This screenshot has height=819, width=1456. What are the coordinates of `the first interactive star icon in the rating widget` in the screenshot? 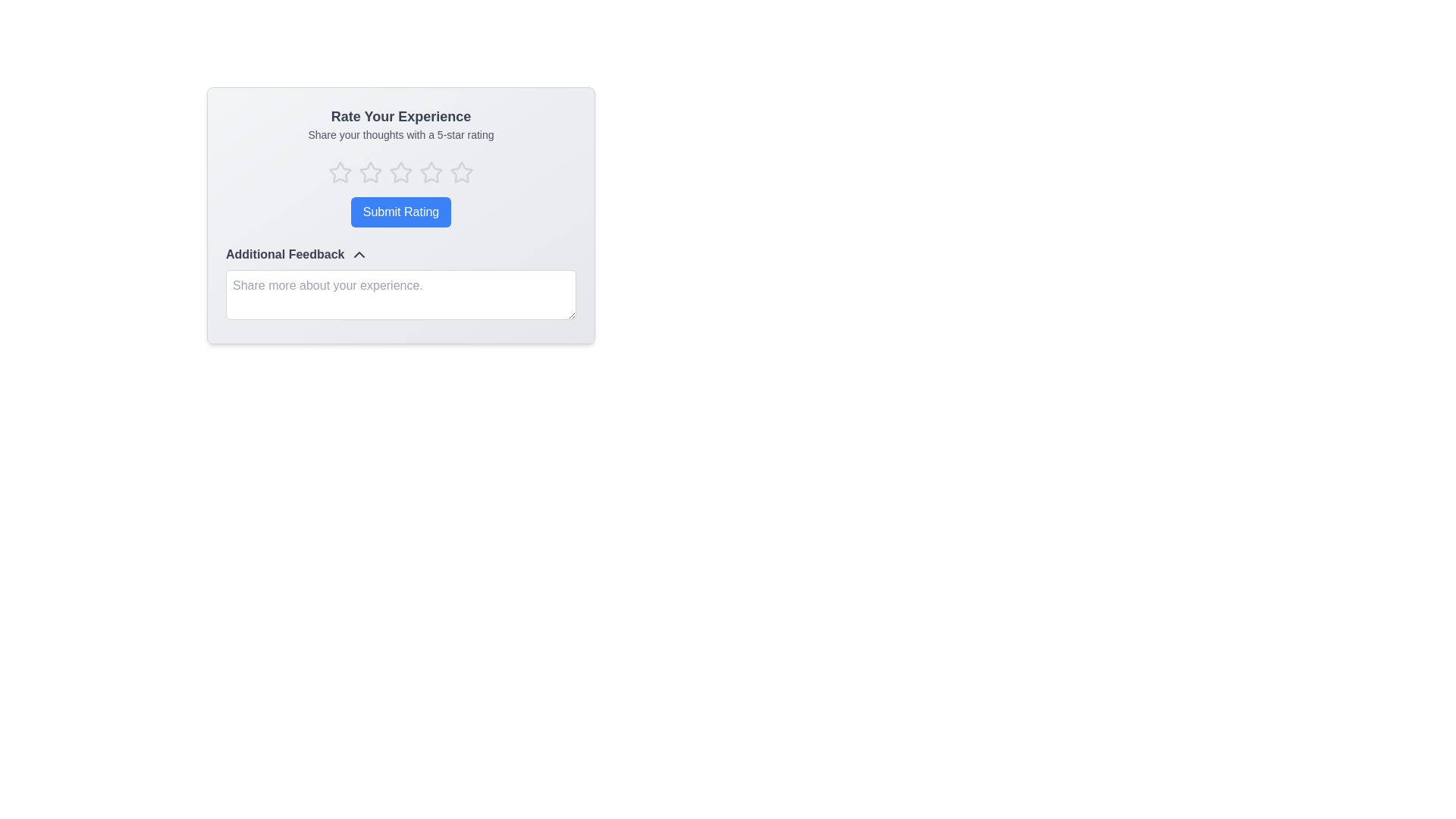 It's located at (340, 171).